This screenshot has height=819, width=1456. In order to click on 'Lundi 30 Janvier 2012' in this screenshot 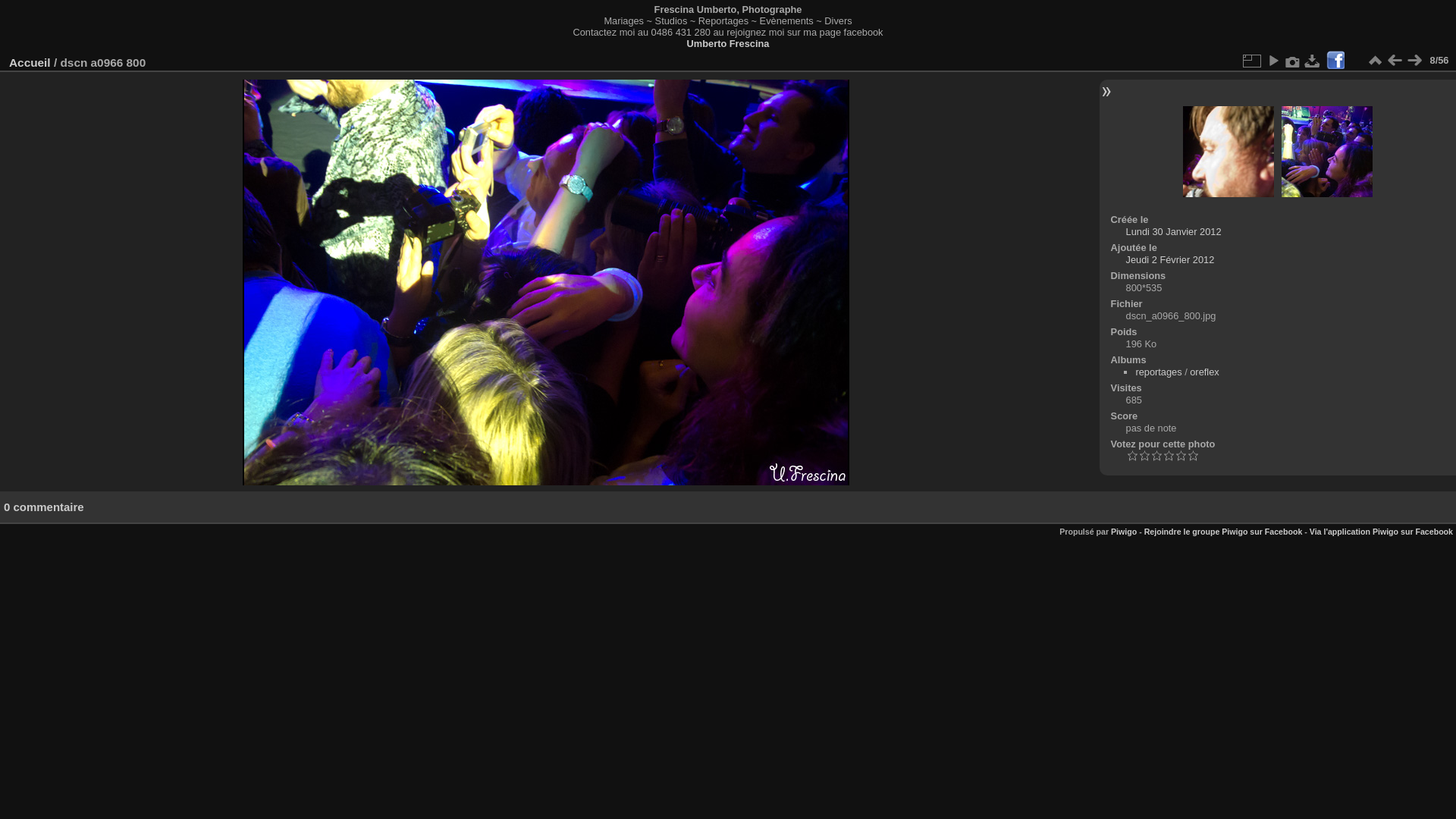, I will do `click(1173, 231)`.